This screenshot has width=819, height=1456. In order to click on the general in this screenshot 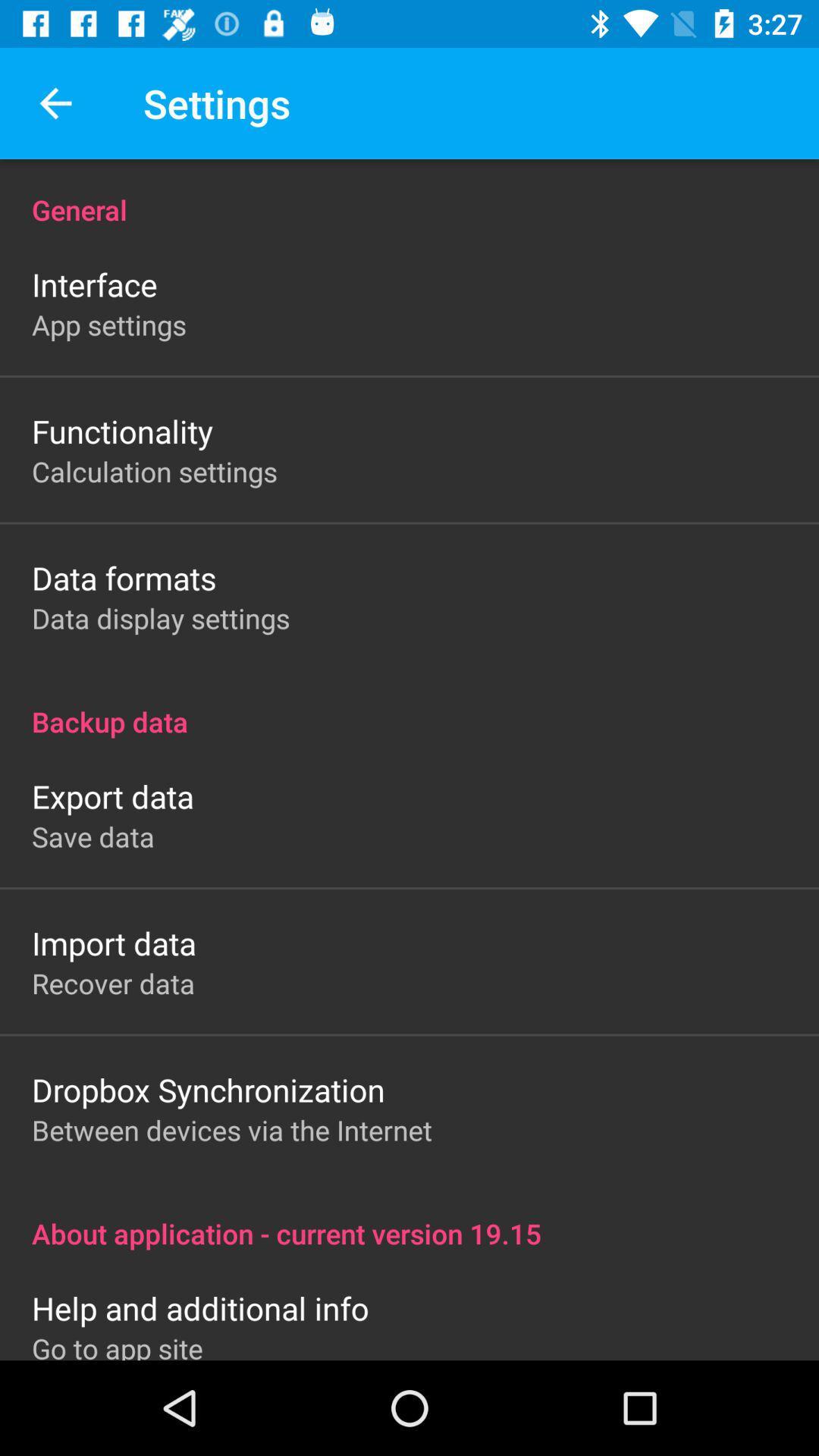, I will do `click(409, 193)`.